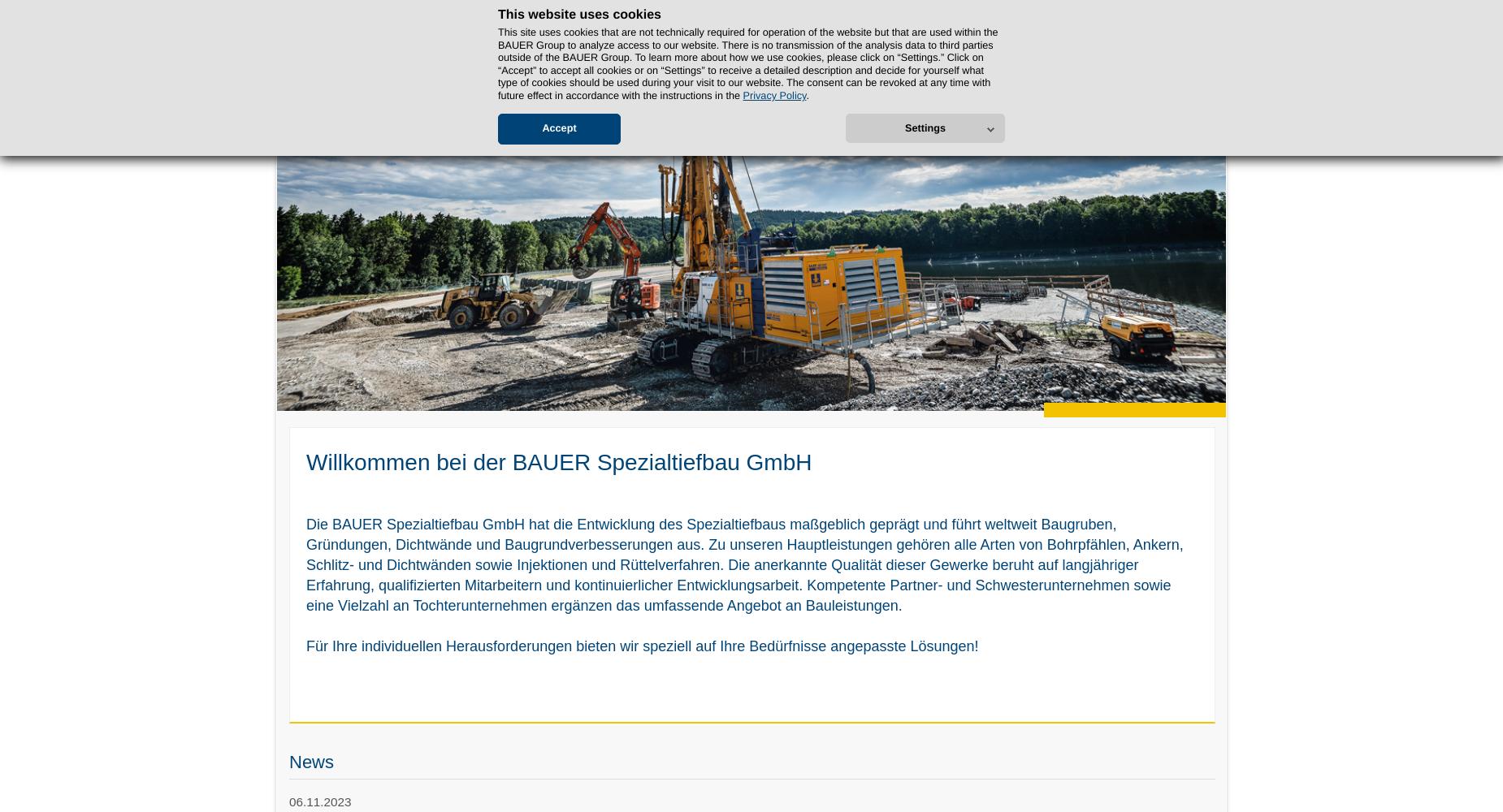  Describe the element at coordinates (305, 564) in the screenshot. I see `'Die BAUER Spezialtiefbau GmbH hat die Entwicklung des Spezialtiefbaus maßgeblich geprägt und führt weltweit Baugruben, Gründungen, Dichtwände und Baugrundverbesserungen aus. Zu unseren Hauptleistungen gehören alle Arten von Bohrpfählen, Ankern, Schlitz- und Dichtwänden sowie Injektionen und Rüttelverfahren. Die anerkannte Qualität dieser Gewerke beruht auf langjähriger Erfahrung, qualifizierten Mitarbeitern und kontinuierlicher Entwicklungsarbeit. Kompetente Partner- und Schwesterunternehmen sowie eine Vielzahl an Tochterunternehmen ergänzen das umfassende Angebot an Bauleistungen.'` at that location.